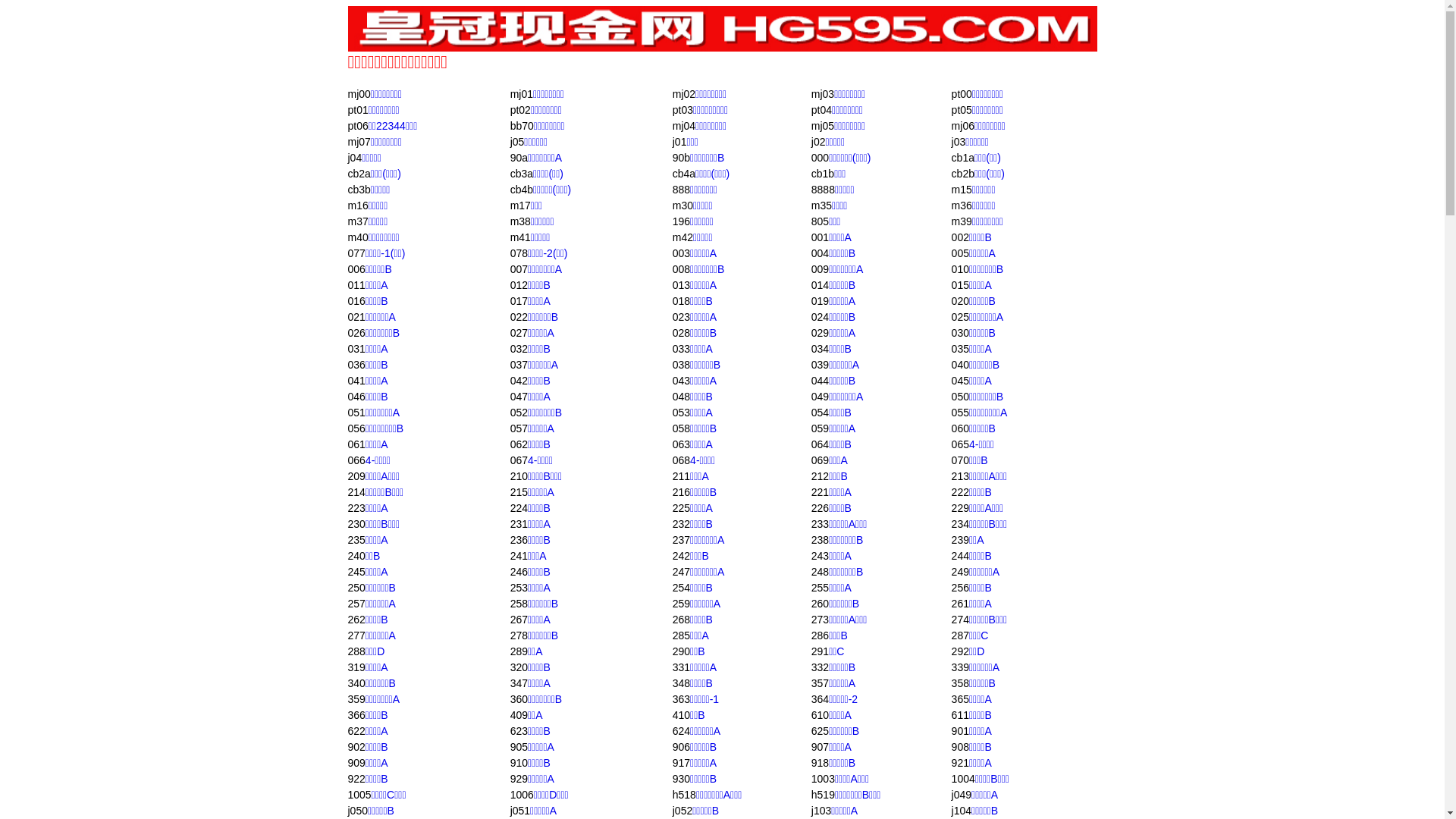 This screenshot has height=819, width=1456. Describe the element at coordinates (358, 141) in the screenshot. I see `'mj07'` at that location.